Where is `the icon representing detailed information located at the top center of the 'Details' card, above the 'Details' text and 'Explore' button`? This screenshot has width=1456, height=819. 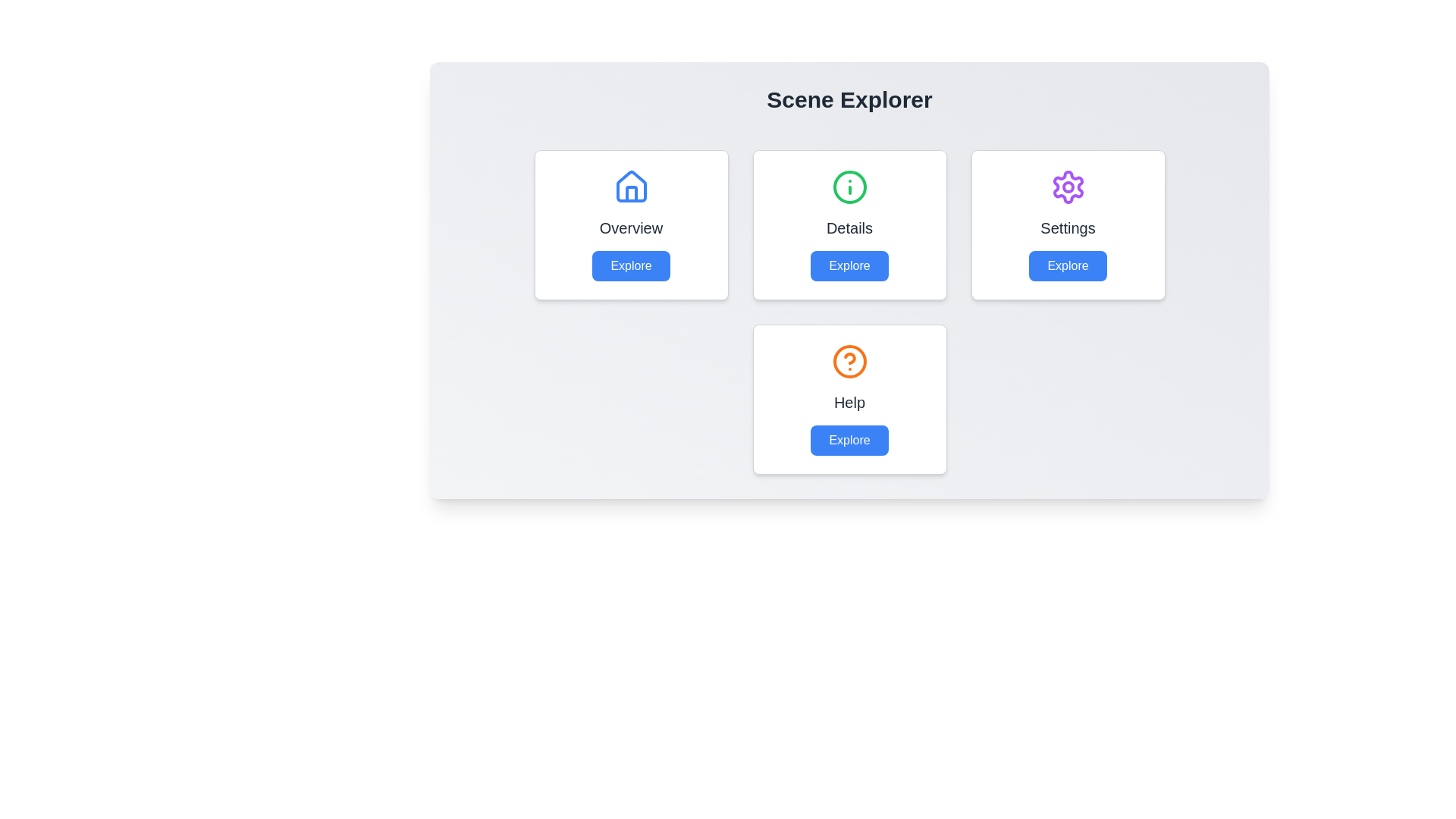
the icon representing detailed information located at the top center of the 'Details' card, above the 'Details' text and 'Explore' button is located at coordinates (849, 186).